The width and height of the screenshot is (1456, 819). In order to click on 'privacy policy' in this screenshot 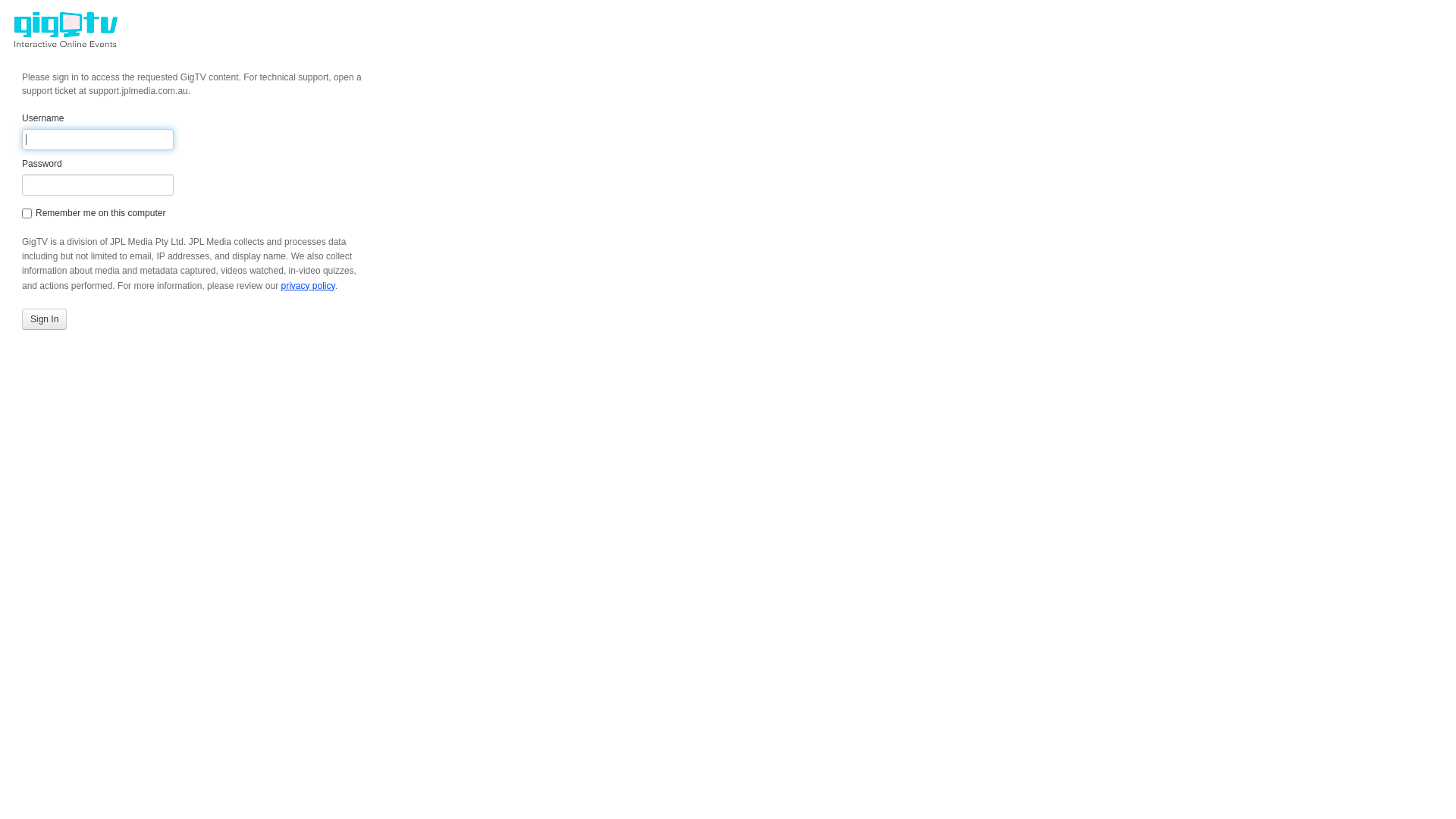, I will do `click(306, 286)`.